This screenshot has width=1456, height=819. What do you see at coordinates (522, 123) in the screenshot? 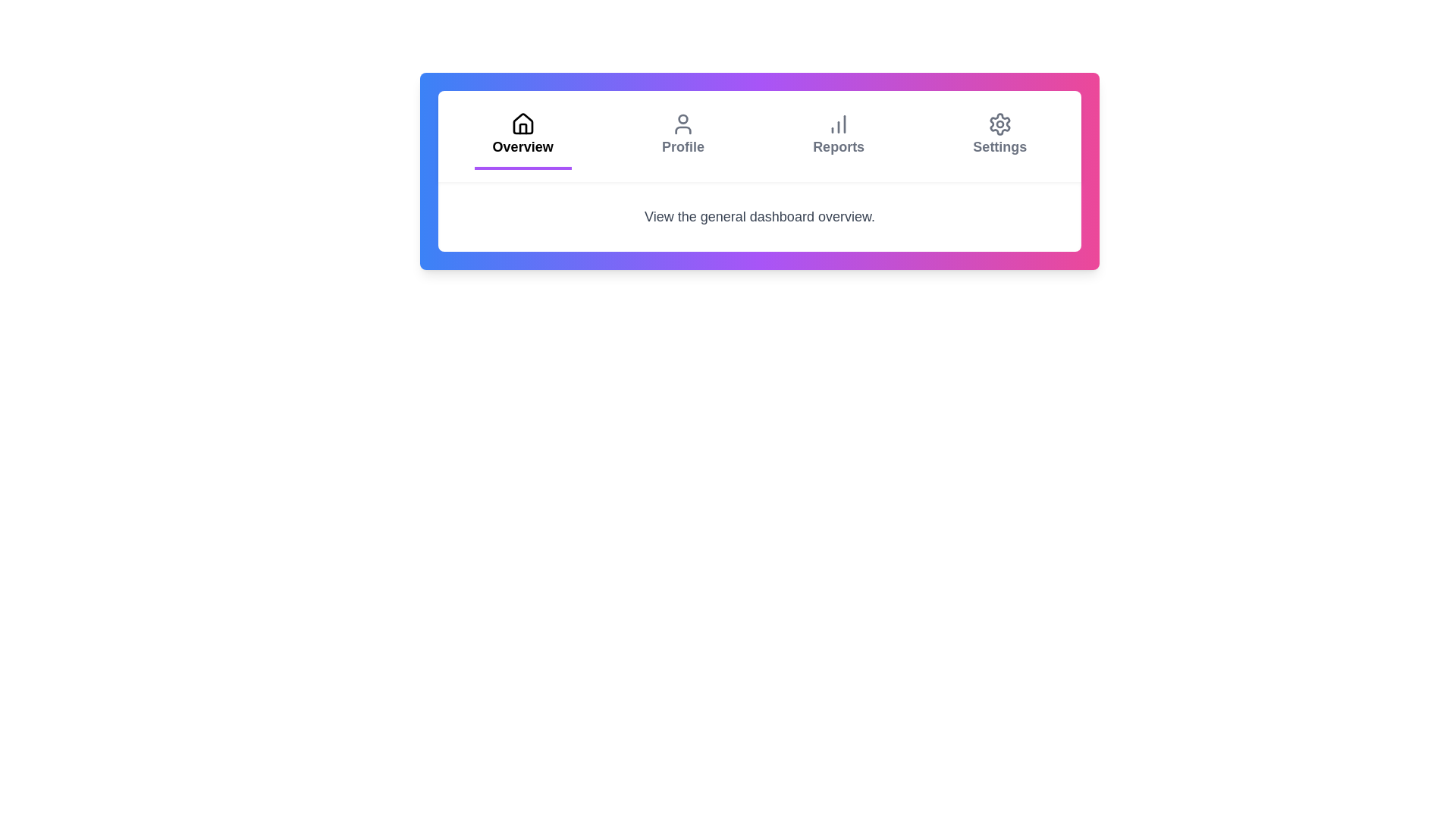
I see `the house icon in the top navigation menu` at bounding box center [522, 123].